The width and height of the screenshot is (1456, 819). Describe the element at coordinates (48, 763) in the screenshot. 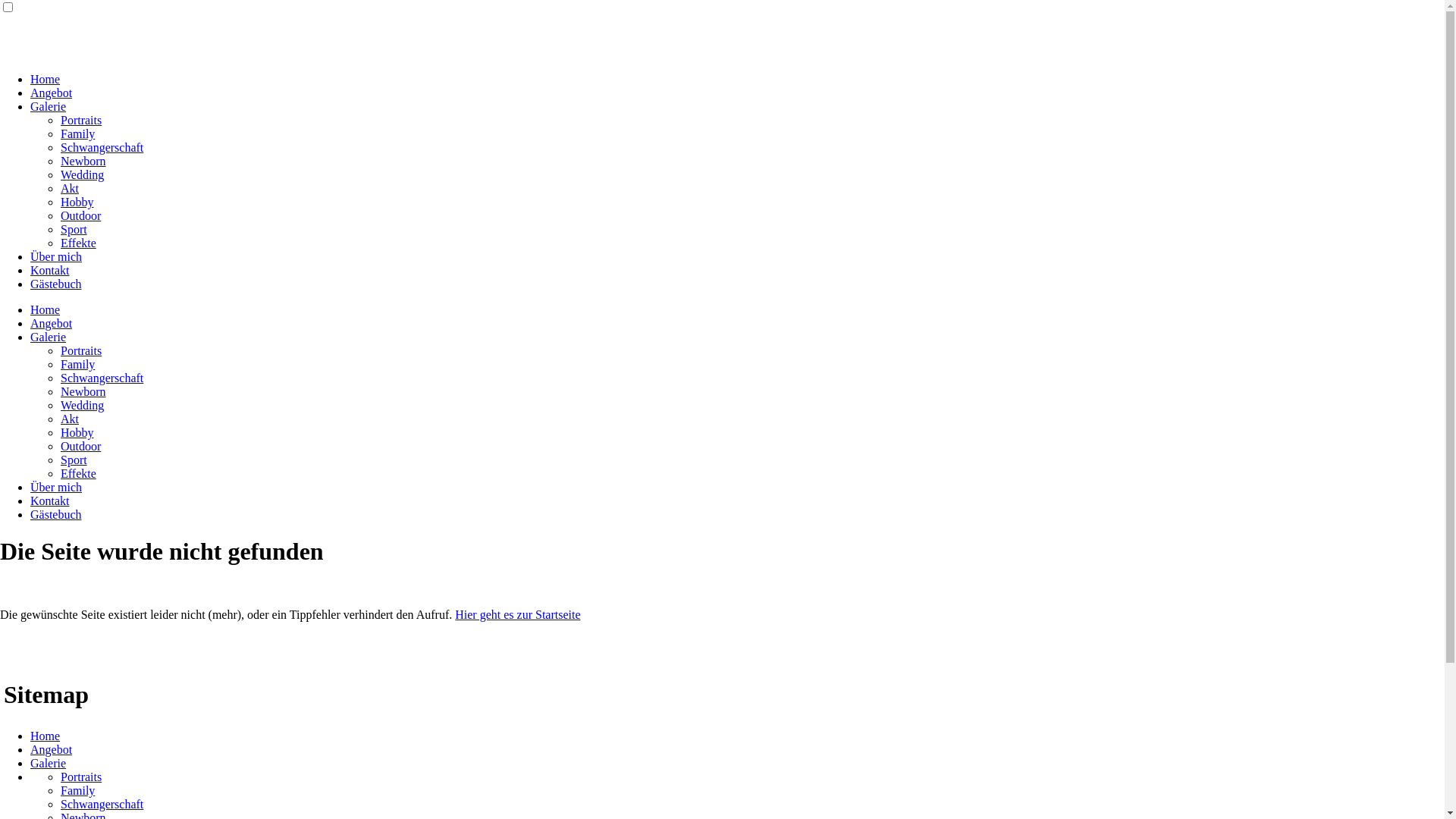

I see `'Galerie'` at that location.